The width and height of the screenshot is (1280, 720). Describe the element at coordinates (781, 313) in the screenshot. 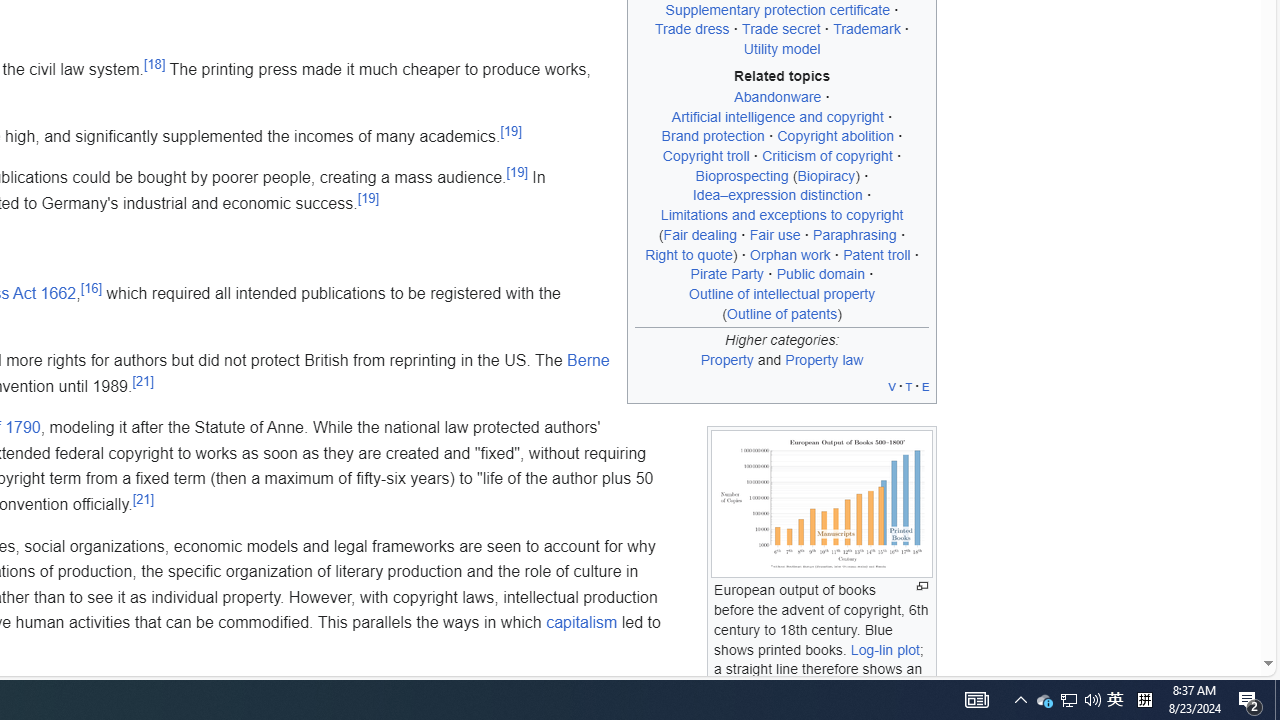

I see `'Outline of patents'` at that location.